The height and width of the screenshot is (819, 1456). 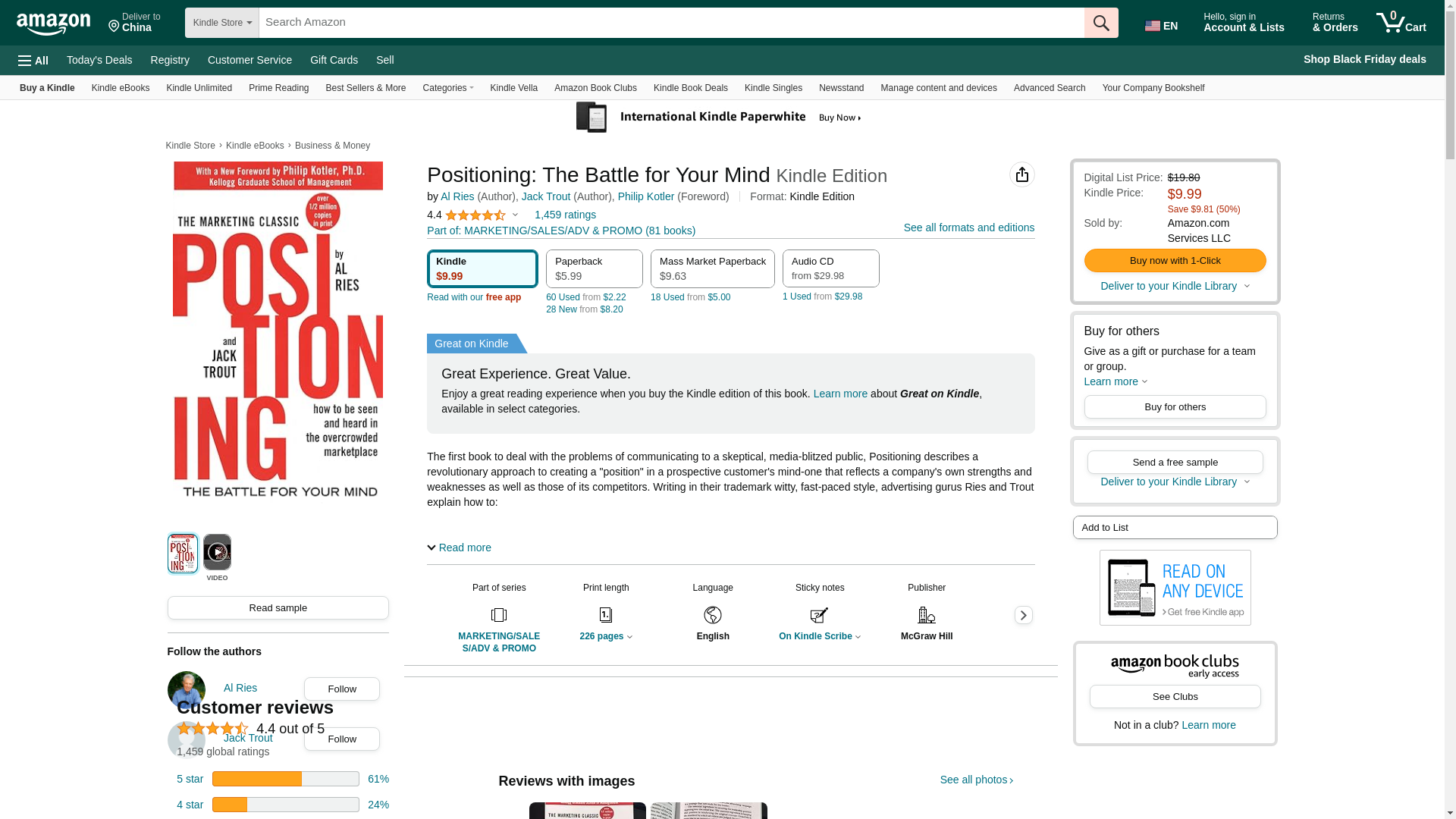 I want to click on 'Share', so click(x=1022, y=174).